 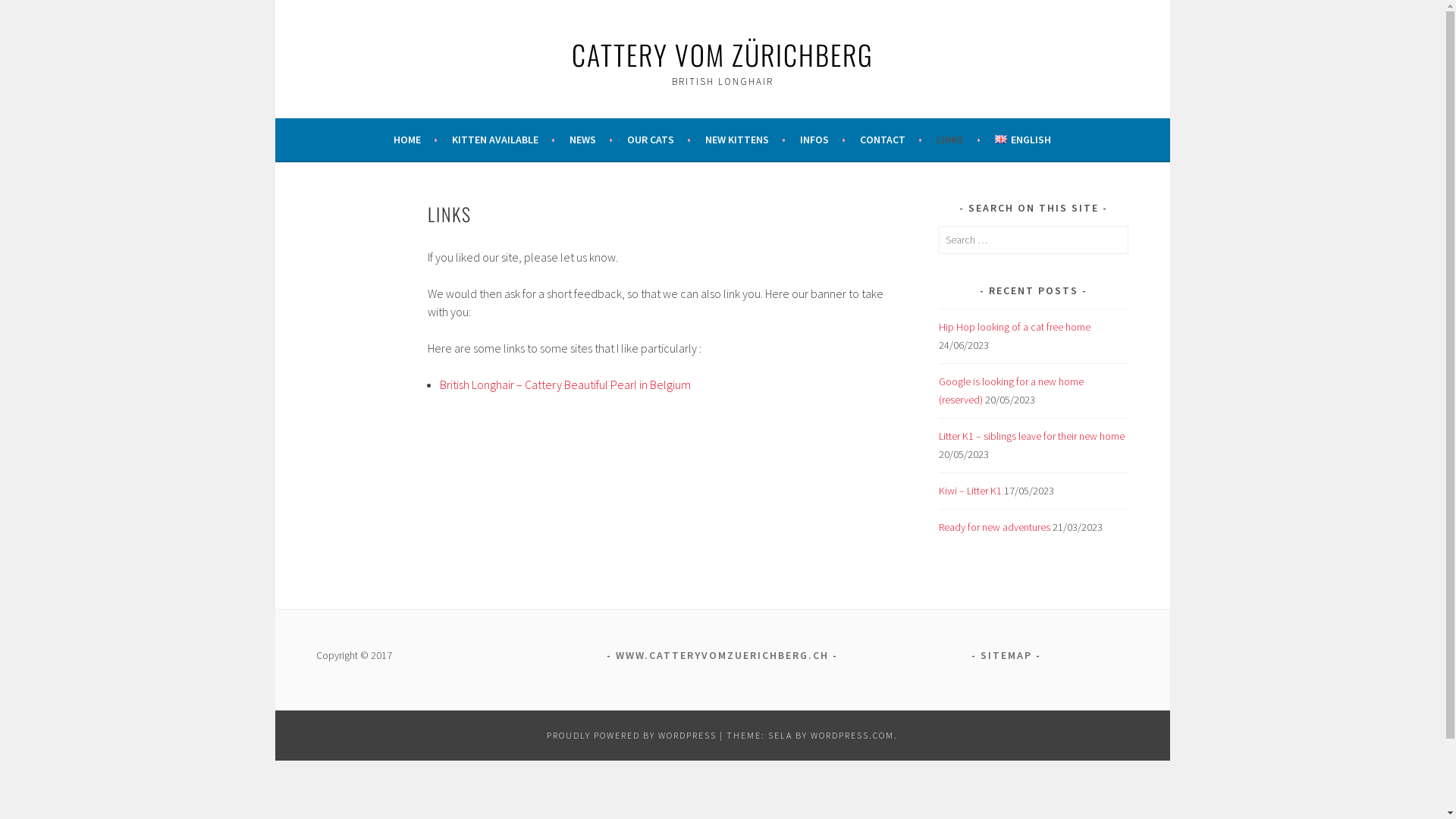 What do you see at coordinates (721, 654) in the screenshot?
I see `'WWW.CATTERYVOMZUERICHBERG.CH'` at bounding box center [721, 654].